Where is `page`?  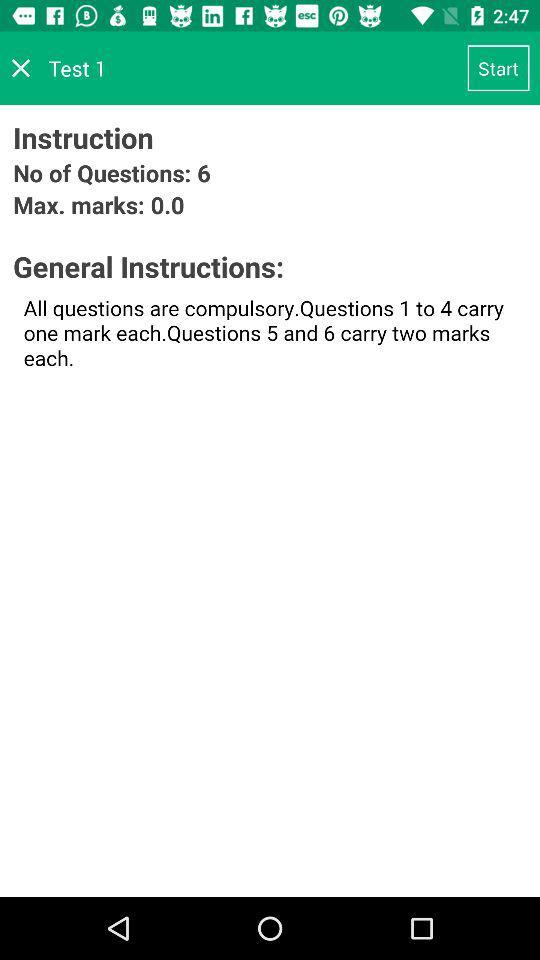
page is located at coordinates (20, 68).